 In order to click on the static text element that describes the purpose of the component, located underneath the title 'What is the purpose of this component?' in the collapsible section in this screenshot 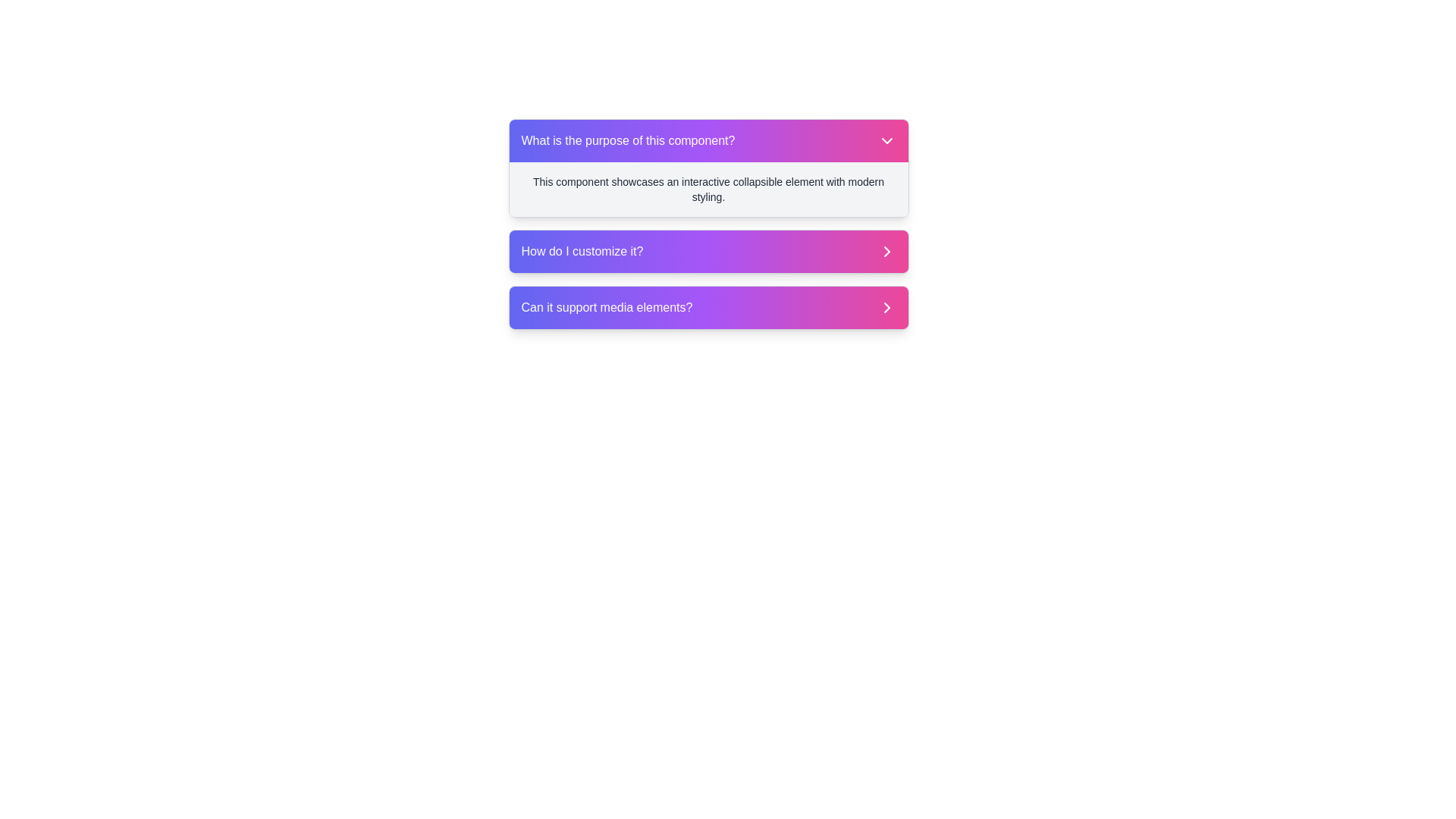, I will do `click(708, 189)`.